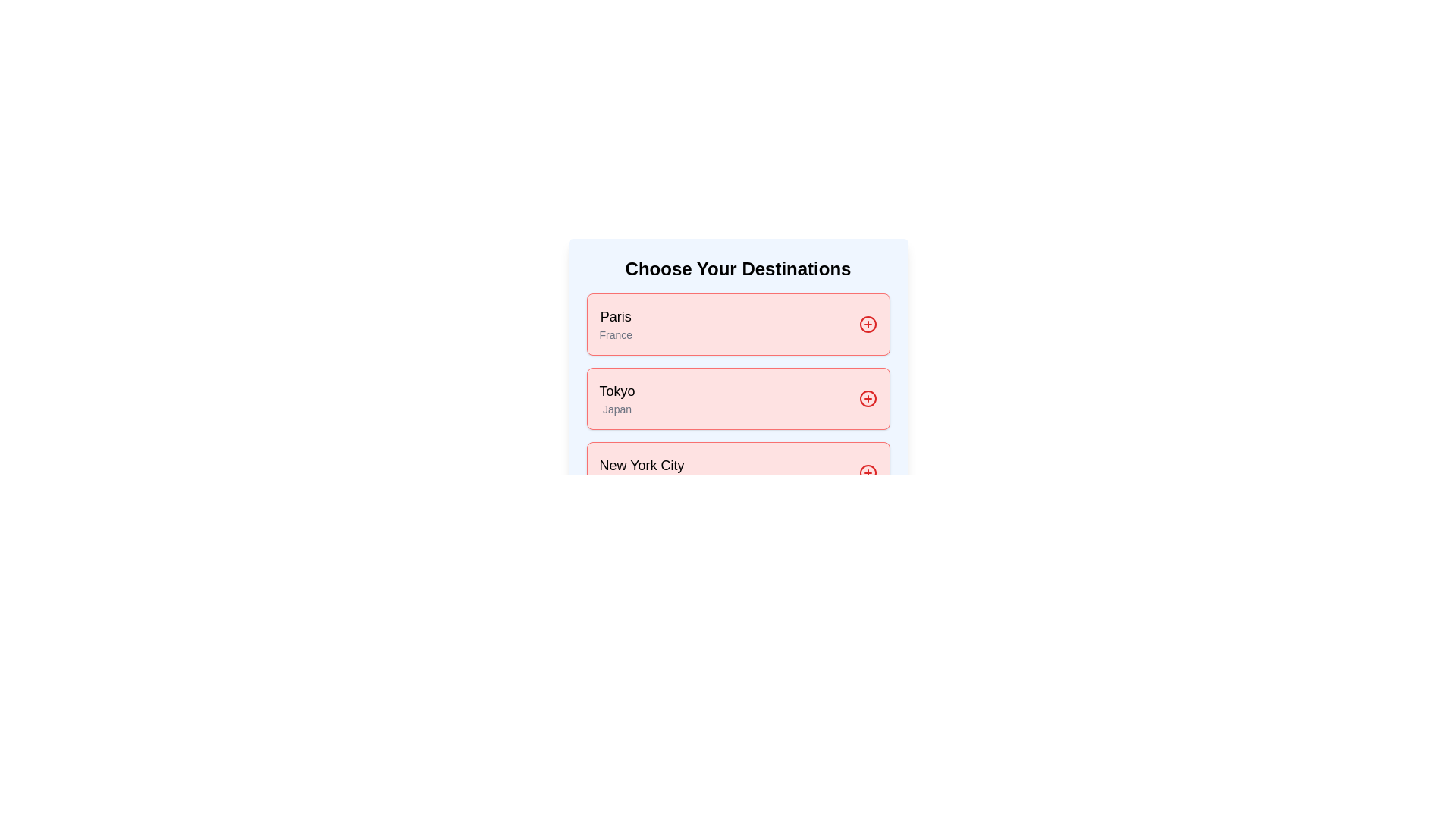 The image size is (1456, 819). Describe the element at coordinates (738, 324) in the screenshot. I see `the first selectable card representing the destination 'Paris'` at that location.